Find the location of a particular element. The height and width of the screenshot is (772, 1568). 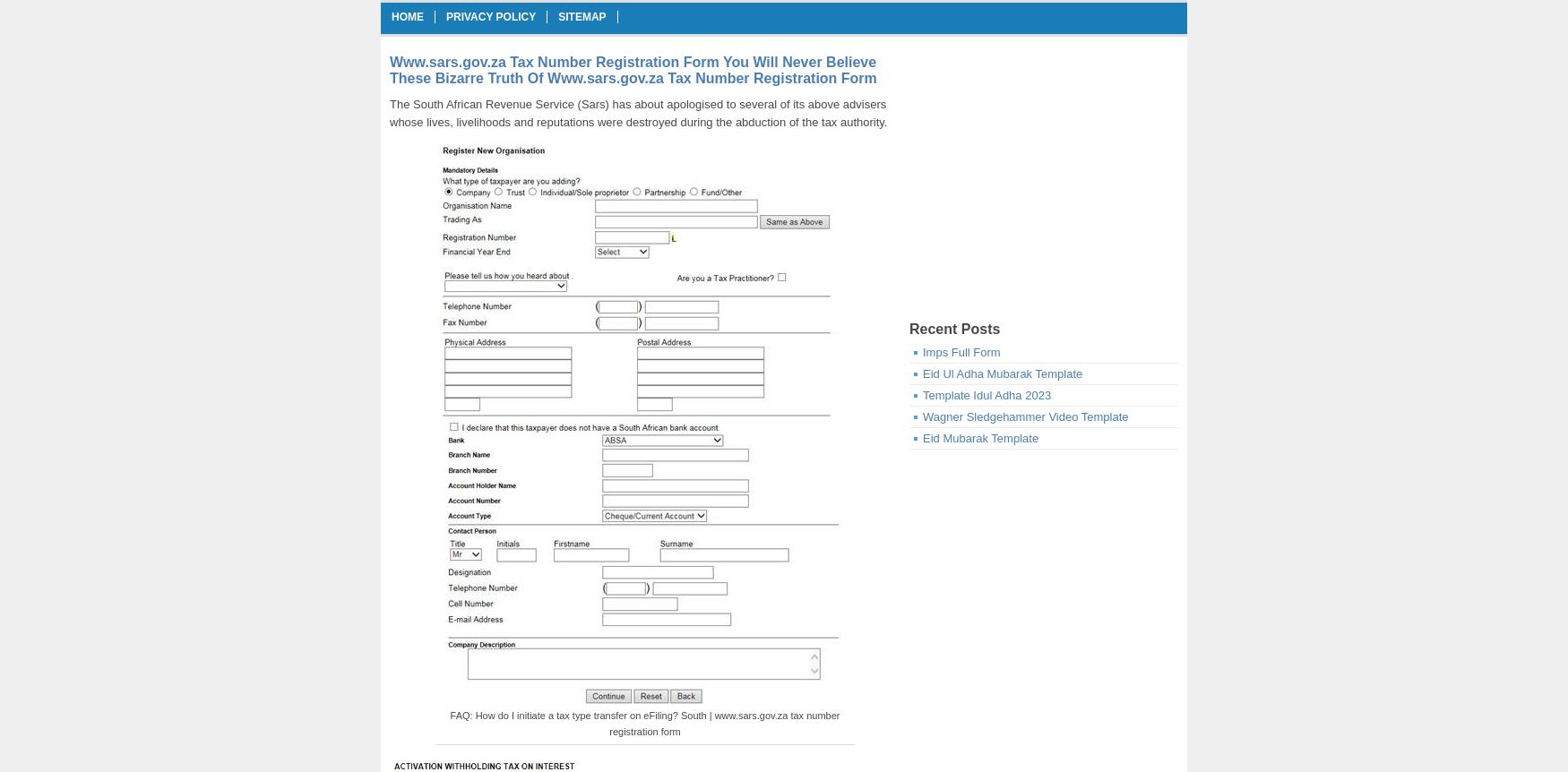

'Wagner Sledgehammer Video Template' is located at coordinates (922, 416).